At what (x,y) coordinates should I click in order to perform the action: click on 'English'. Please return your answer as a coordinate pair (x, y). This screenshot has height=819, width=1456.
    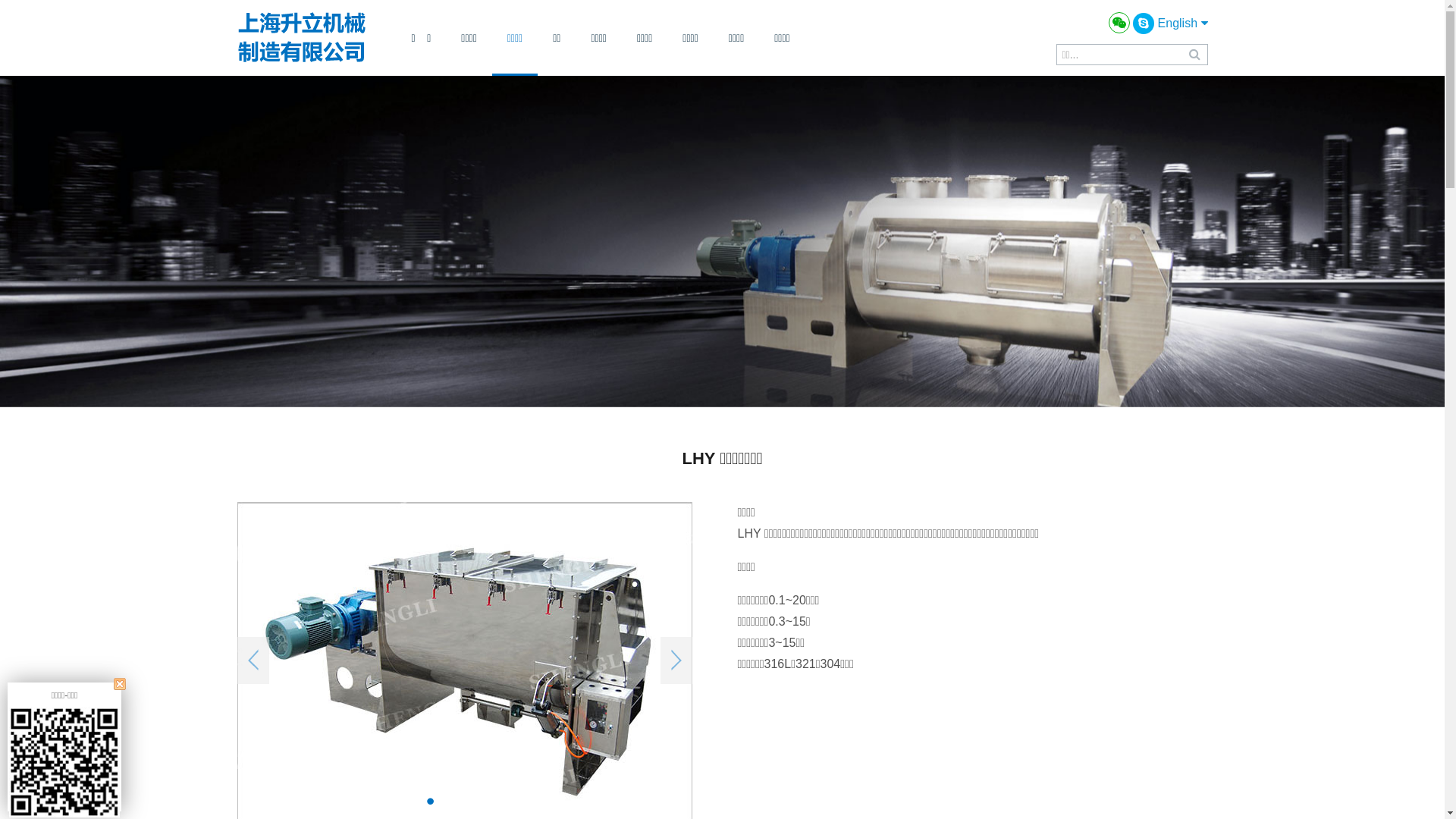
    Looking at the image, I should click on (1182, 23).